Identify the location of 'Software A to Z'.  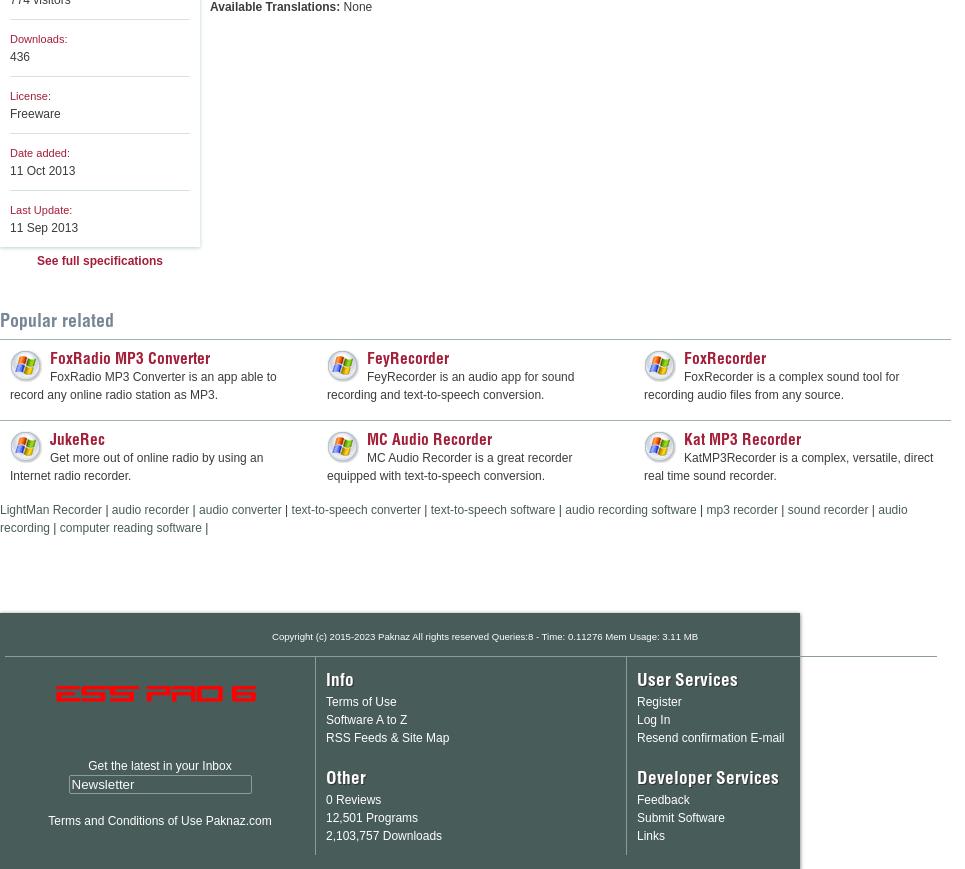
(366, 719).